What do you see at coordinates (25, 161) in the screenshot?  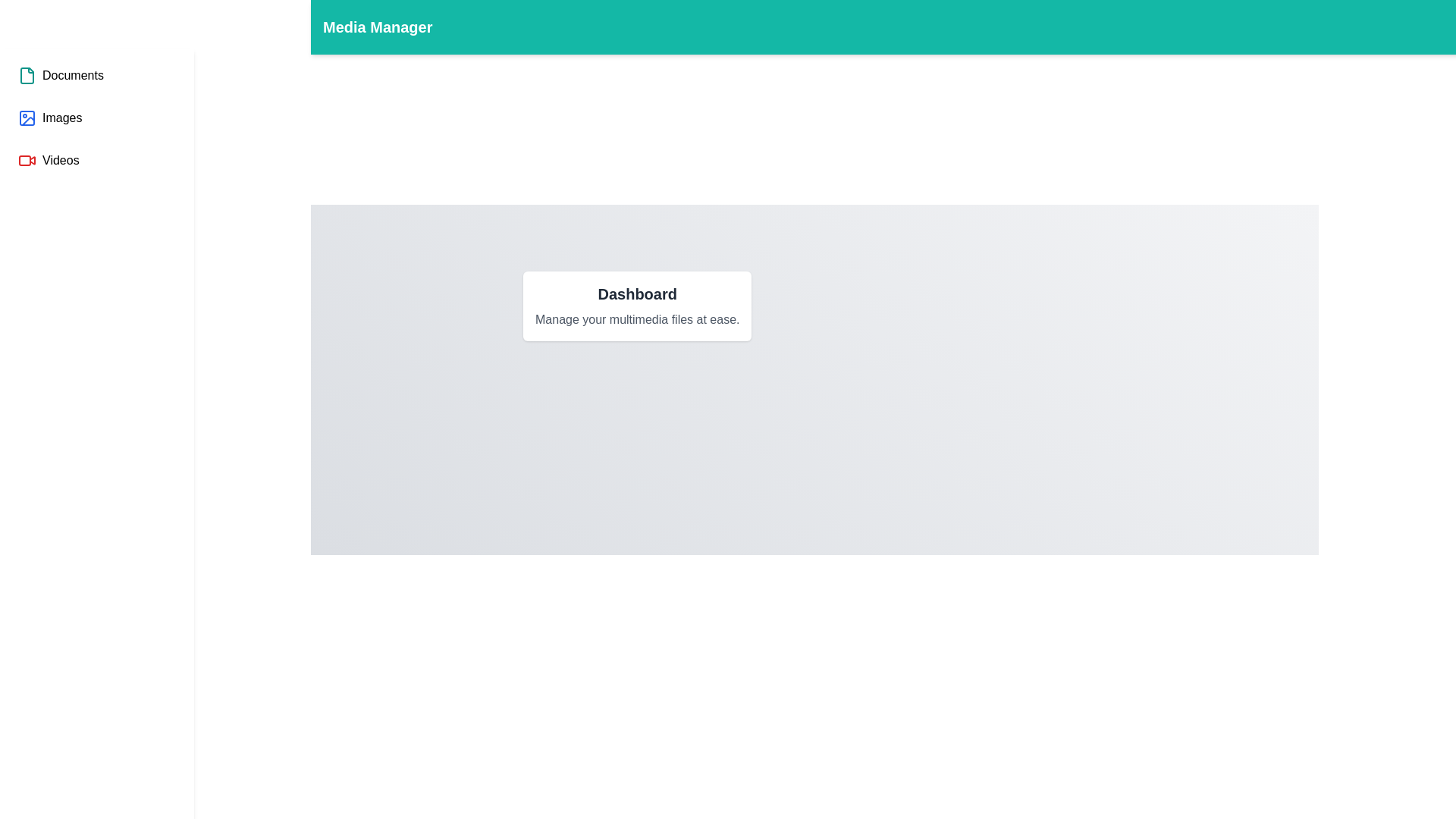 I see `the video camera icon in the sidebar menu, which is visually represented by a rounded rectangle and is located next to the text 'Videos'` at bounding box center [25, 161].